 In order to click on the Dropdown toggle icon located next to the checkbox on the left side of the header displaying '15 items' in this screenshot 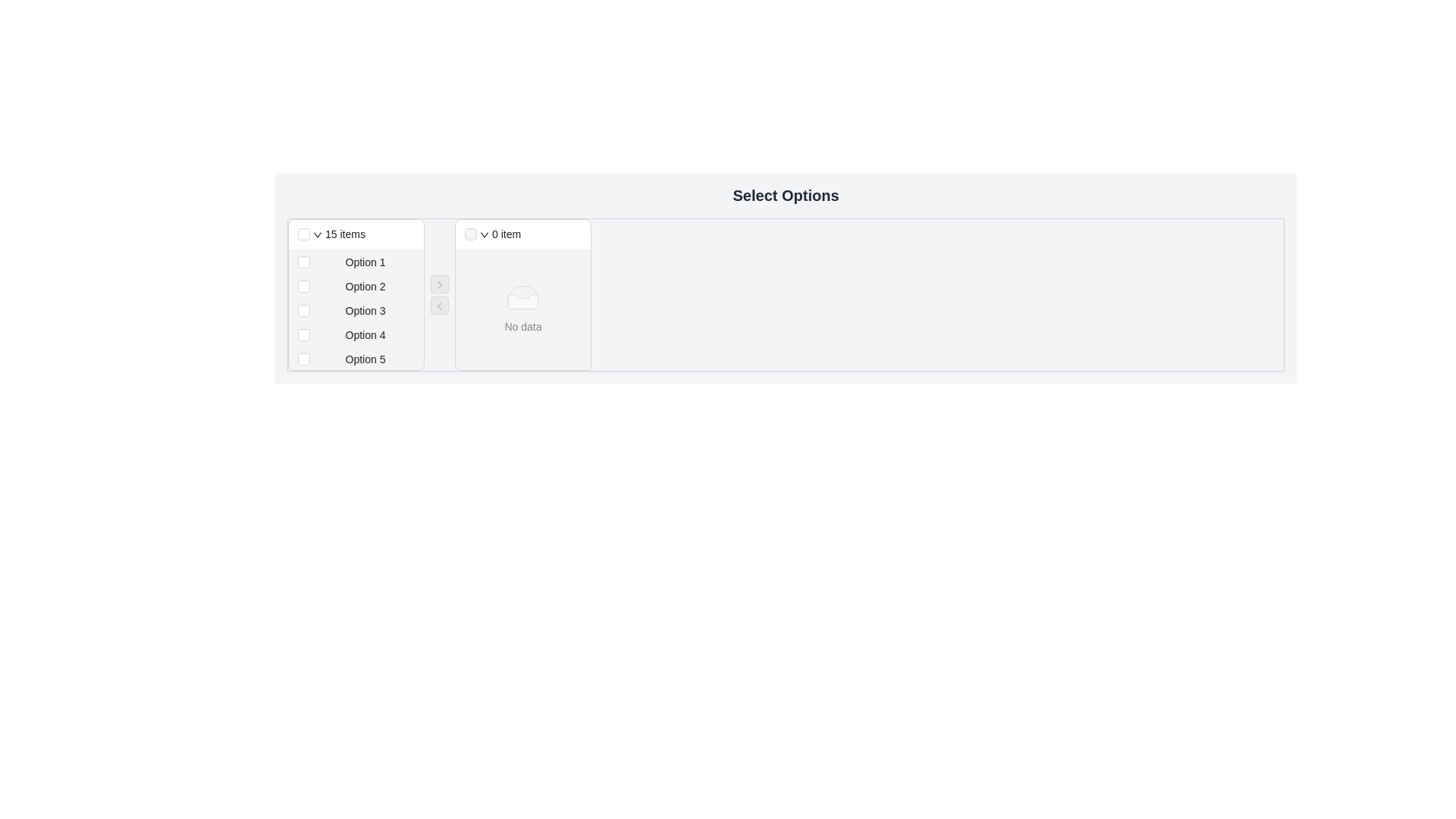, I will do `click(316, 234)`.